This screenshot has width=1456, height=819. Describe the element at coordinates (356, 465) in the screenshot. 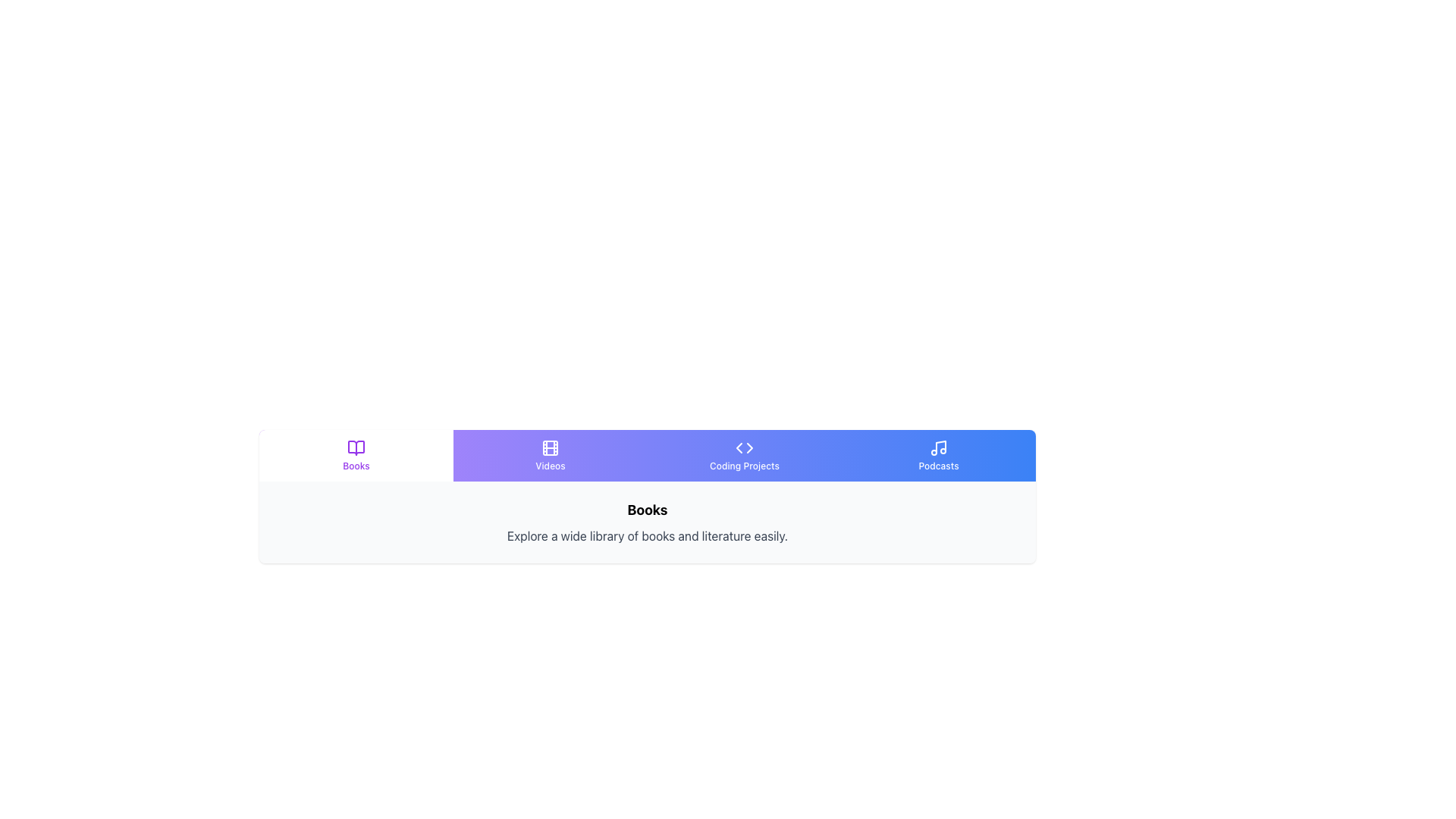

I see `the content of the 'Books' text label located in the menu bar, which identifies the books category` at that location.